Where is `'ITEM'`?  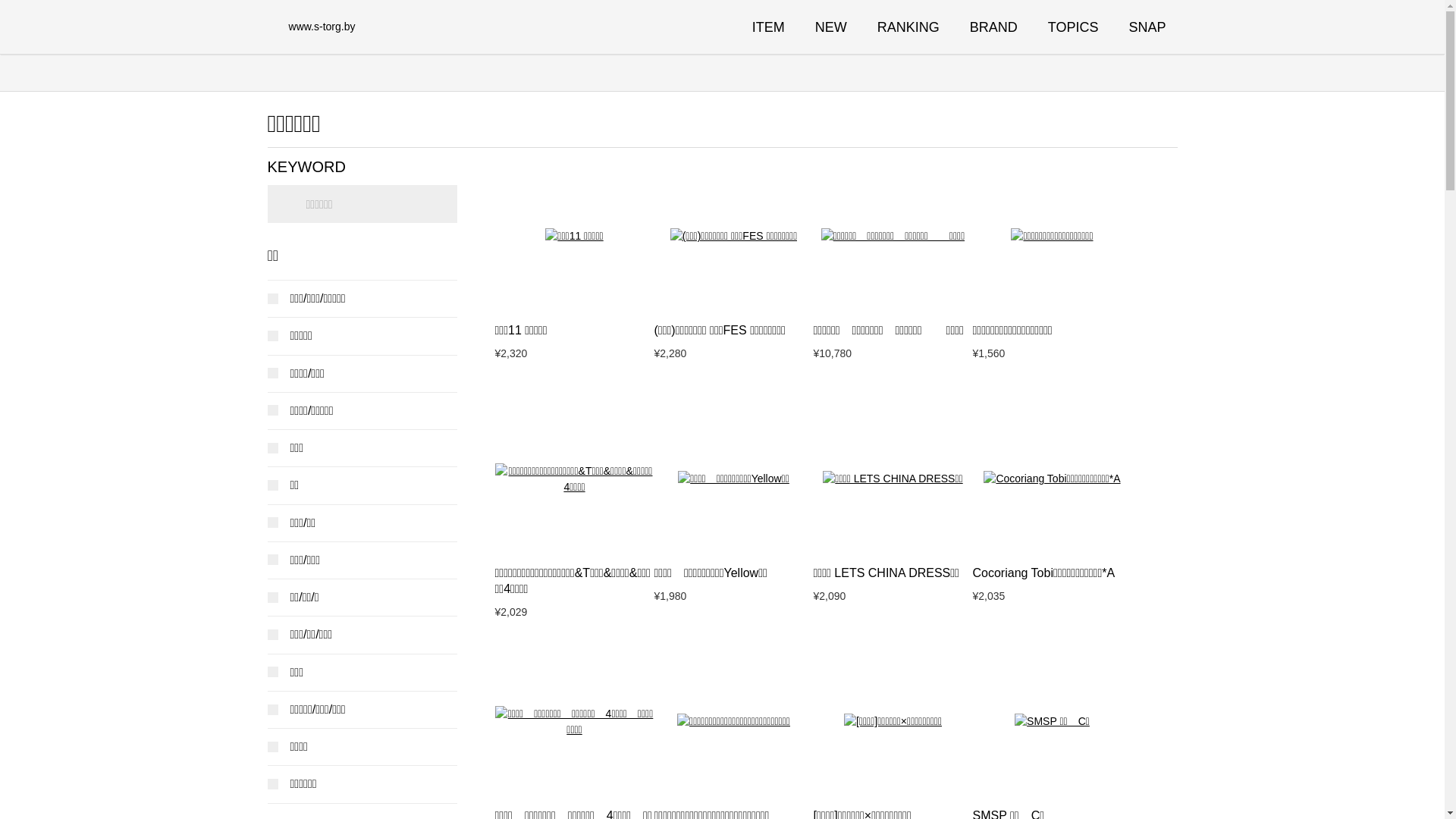 'ITEM' is located at coordinates (768, 27).